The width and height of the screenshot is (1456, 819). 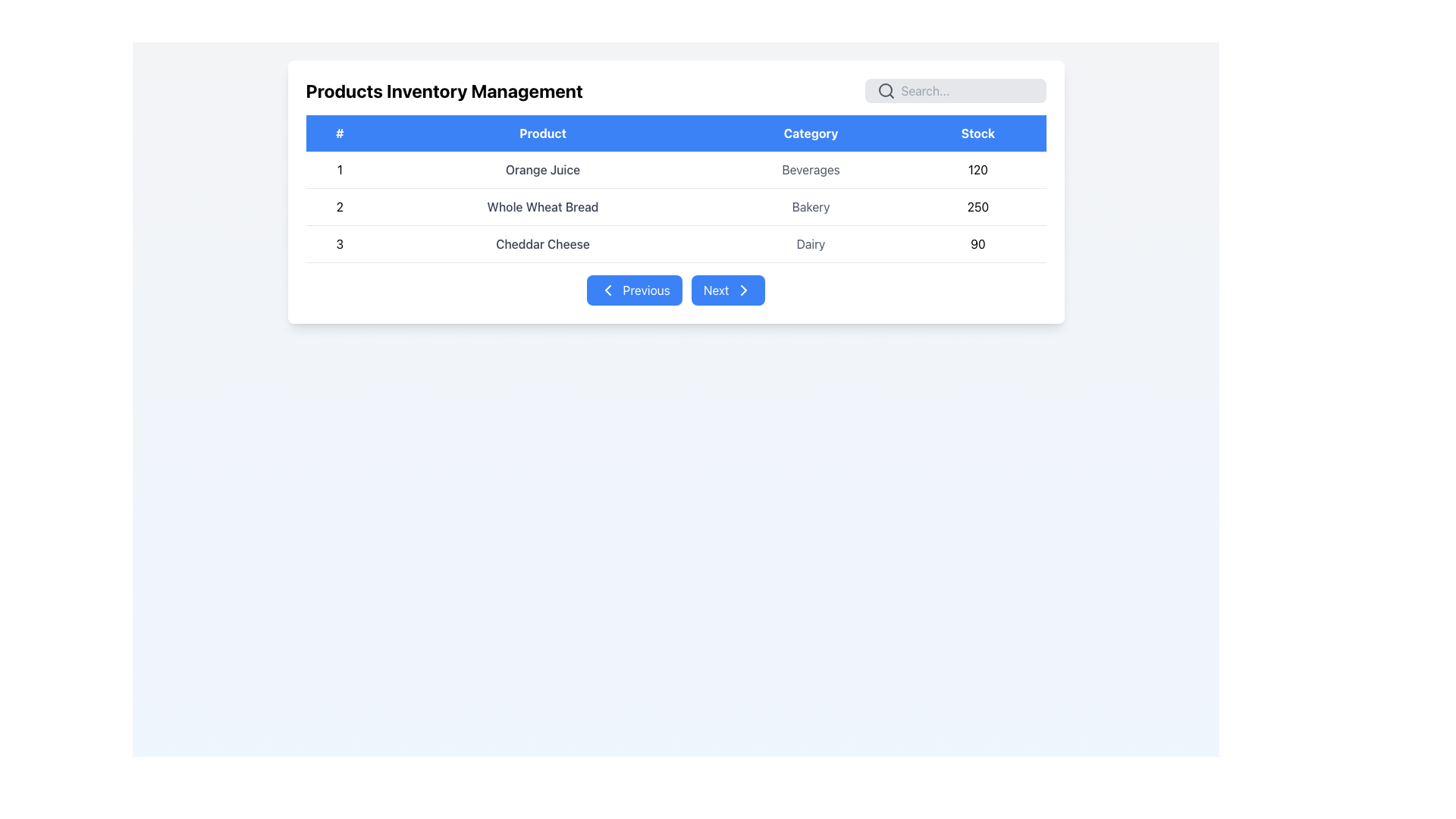 What do you see at coordinates (542, 243) in the screenshot?
I see `the Text Label displaying 'Cheddar Cheese' in the Product column of the table, located in the third row` at bounding box center [542, 243].